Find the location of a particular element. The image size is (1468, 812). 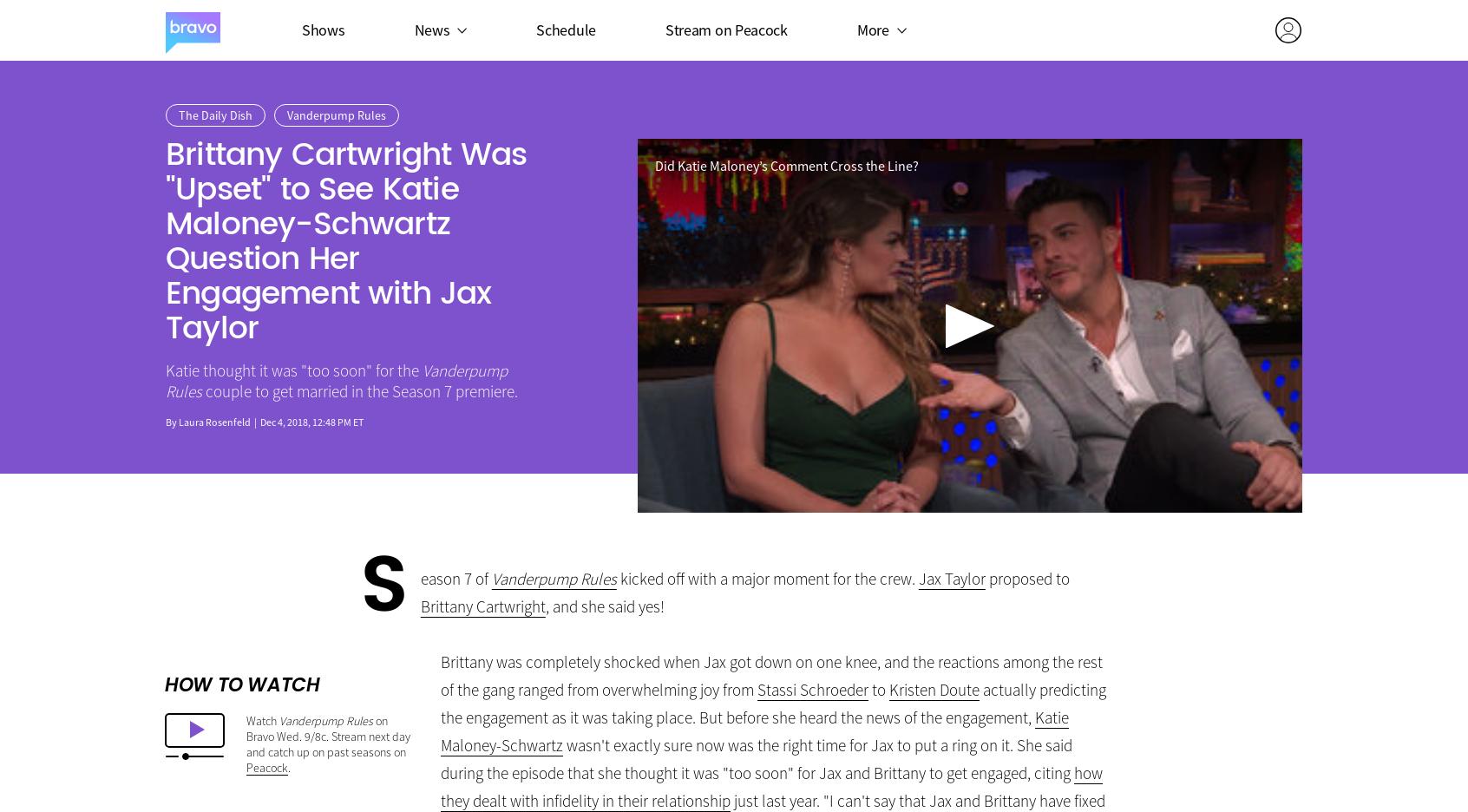

'Katie thought it was "too soon" for the' is located at coordinates (293, 370).